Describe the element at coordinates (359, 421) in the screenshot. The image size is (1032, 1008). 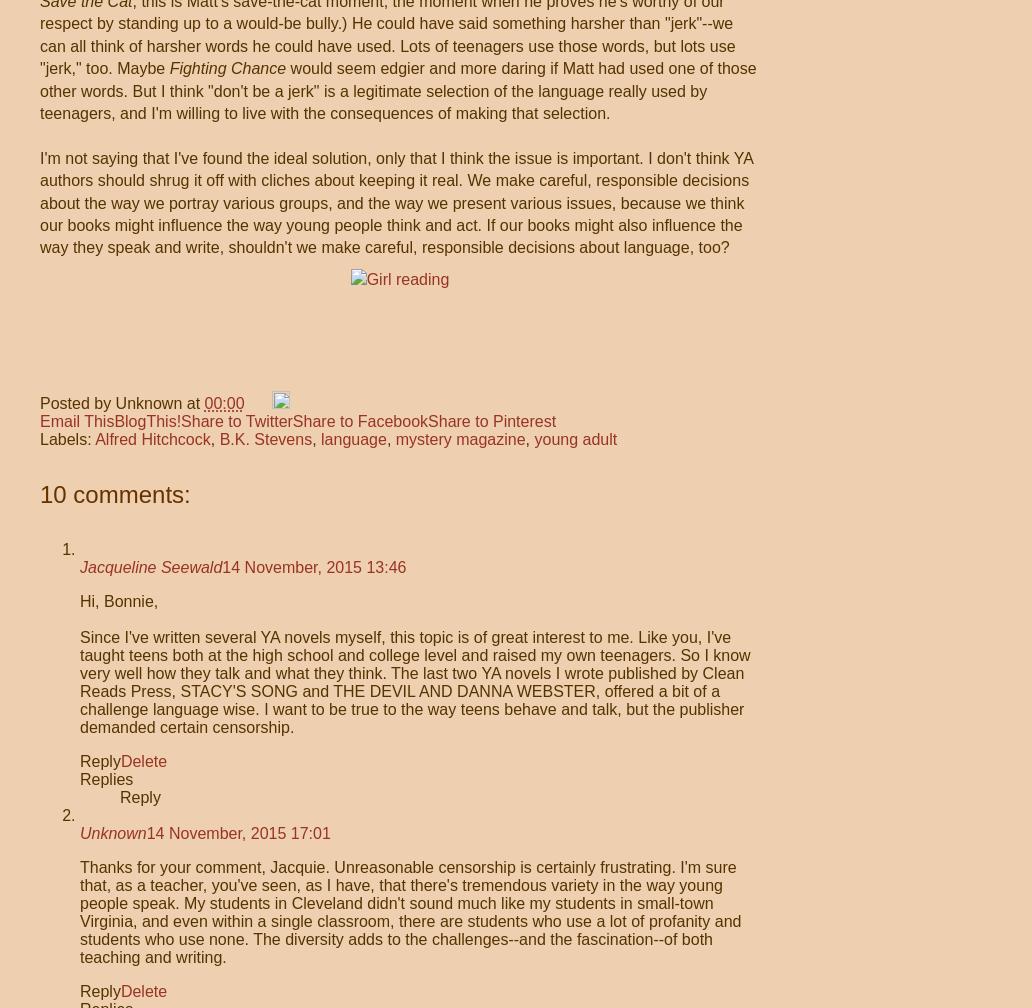
I see `'Share to Facebook'` at that location.